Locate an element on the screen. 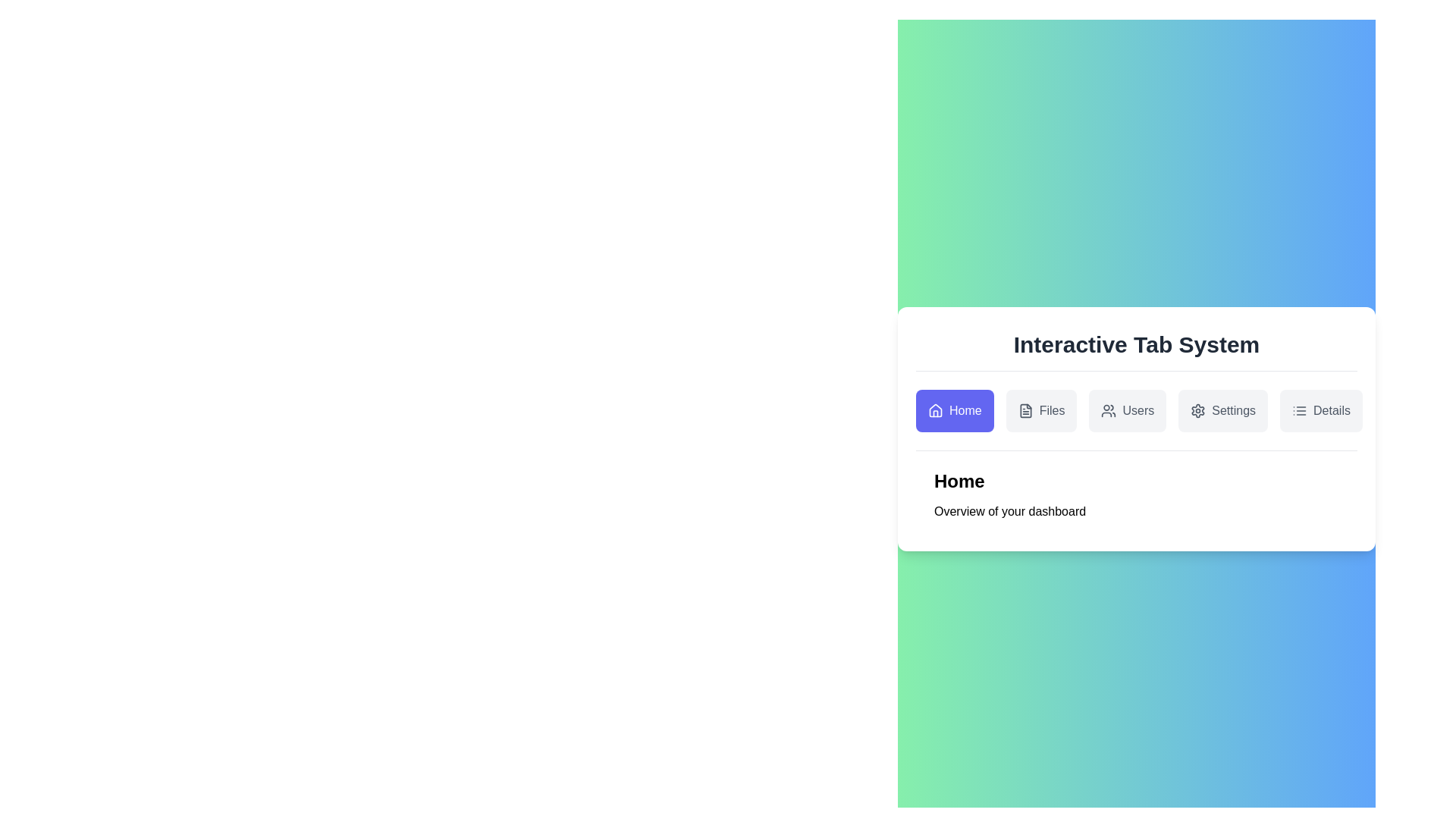 The image size is (1456, 819). properties of the 'Home' textual label within the navigation tab button, which is styled in white on a purple background and is located next to a house icon is located at coordinates (965, 411).